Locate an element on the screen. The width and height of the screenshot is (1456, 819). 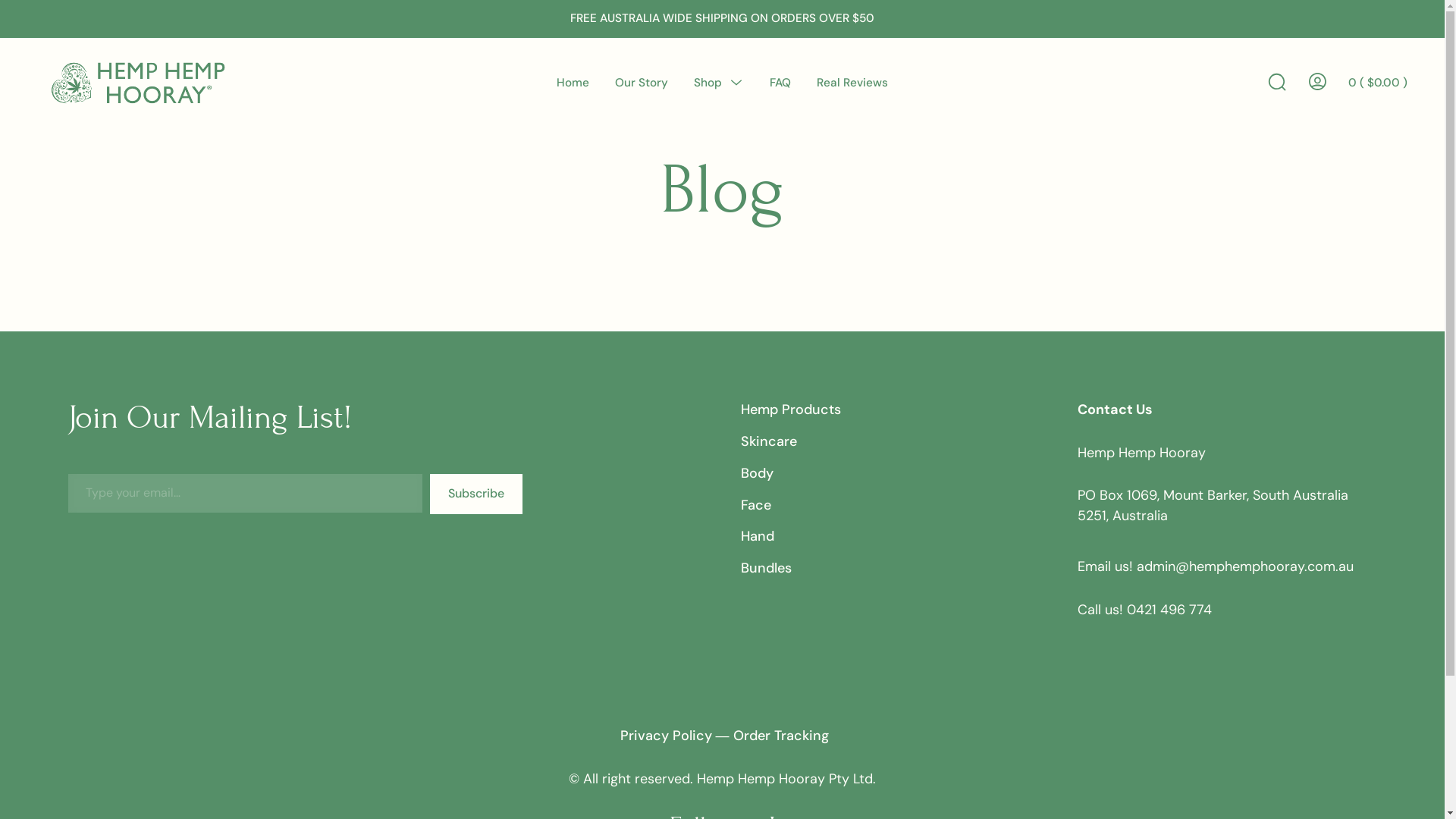
'Search Toggle' is located at coordinates (1274, 82).